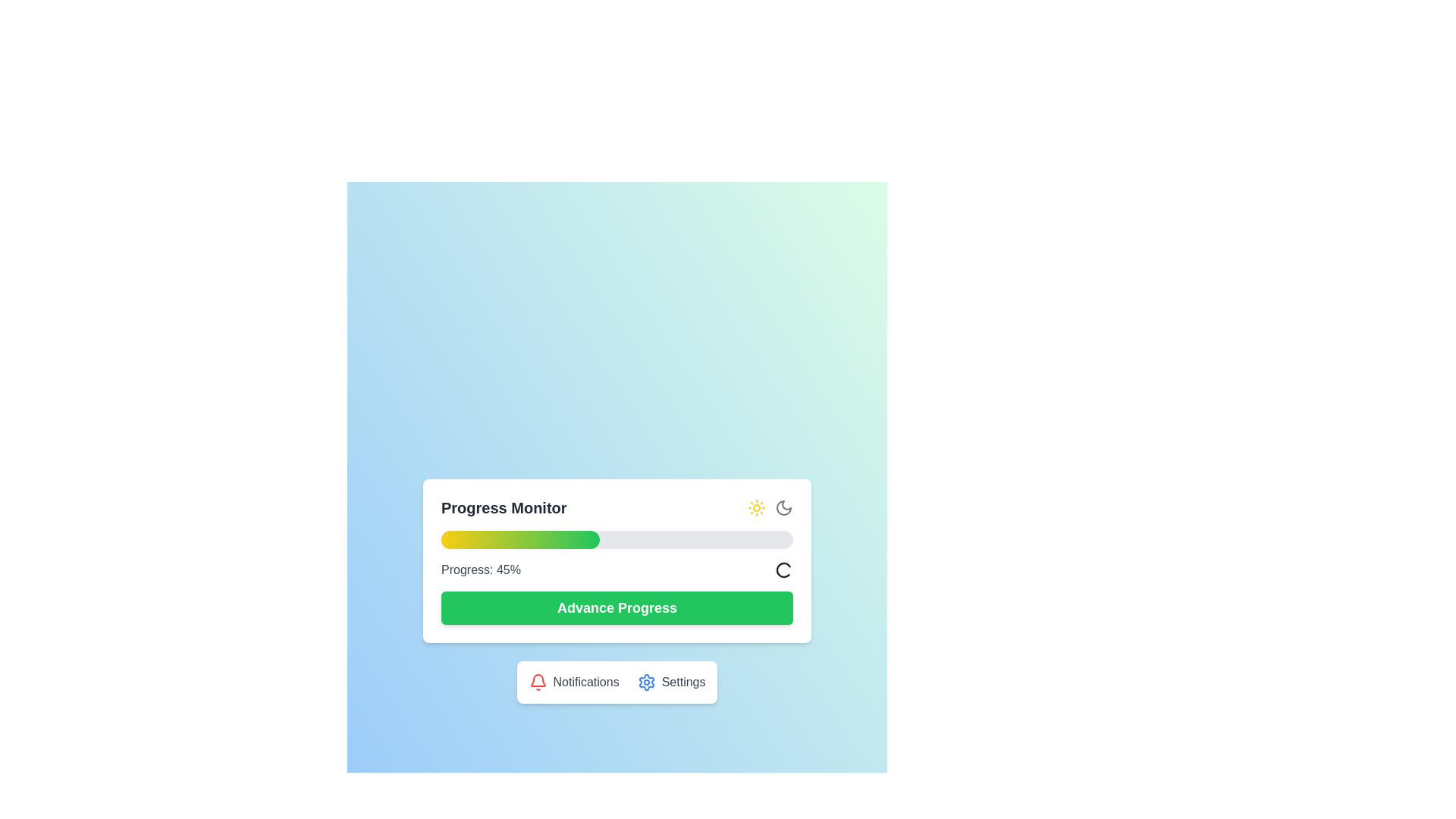  What do you see at coordinates (783, 508) in the screenshot?
I see `the moon icon located in the top-right corner of the white panel labeled 'Progress Monitor'` at bounding box center [783, 508].